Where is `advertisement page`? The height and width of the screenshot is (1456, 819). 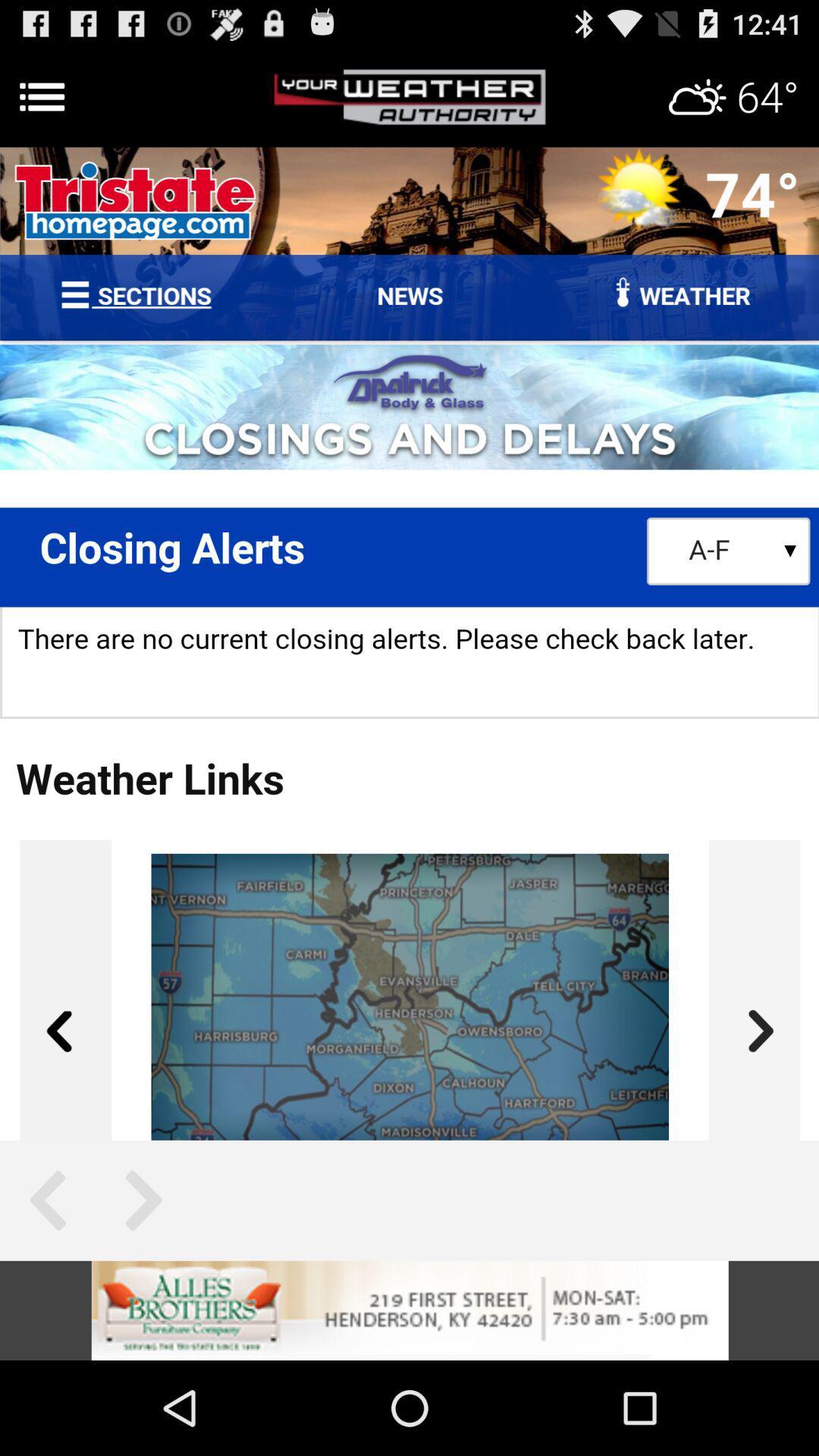 advertisement page is located at coordinates (409, 644).